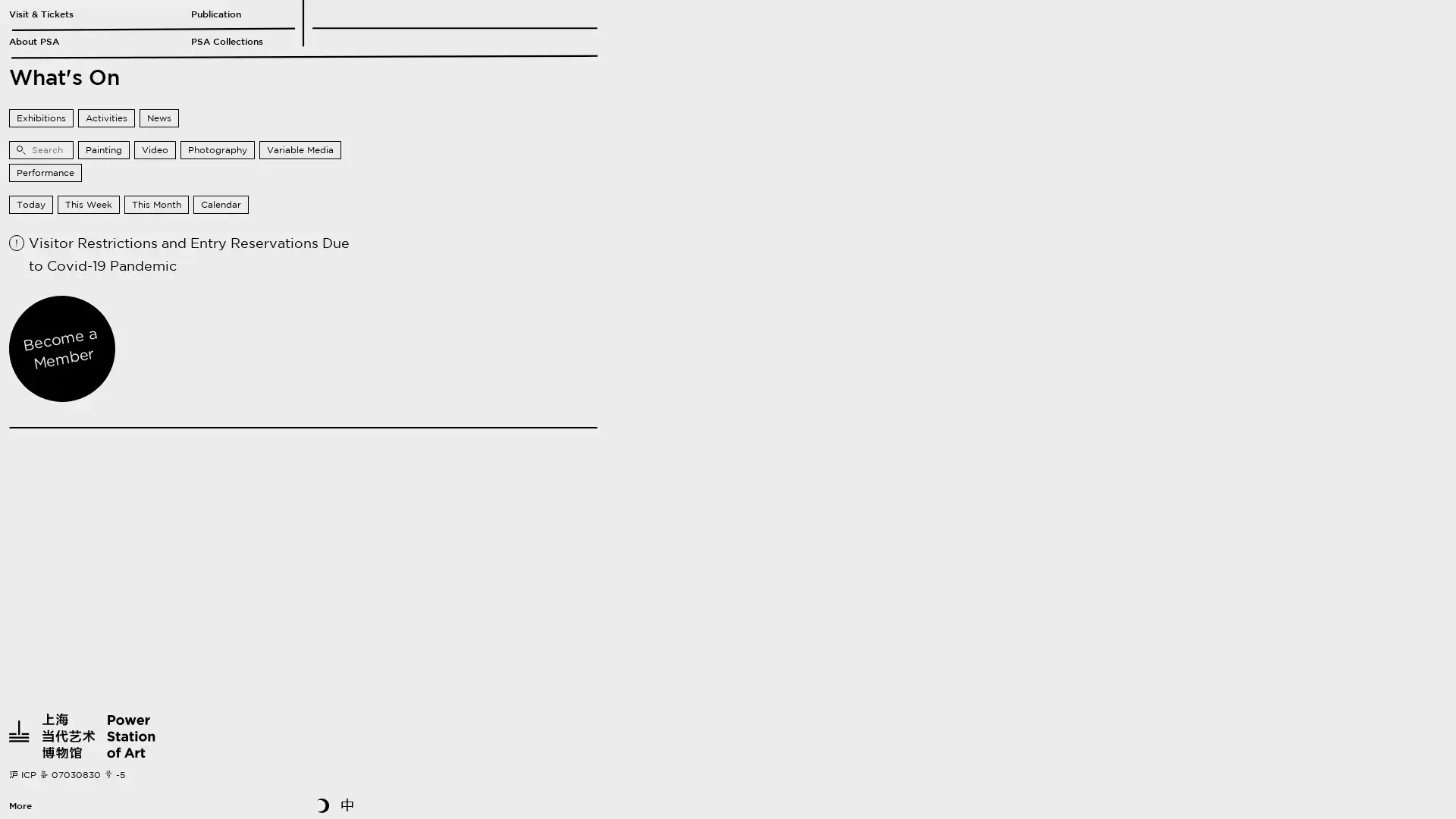 The image size is (1456, 819). What do you see at coordinates (217, 149) in the screenshot?
I see `Photography` at bounding box center [217, 149].